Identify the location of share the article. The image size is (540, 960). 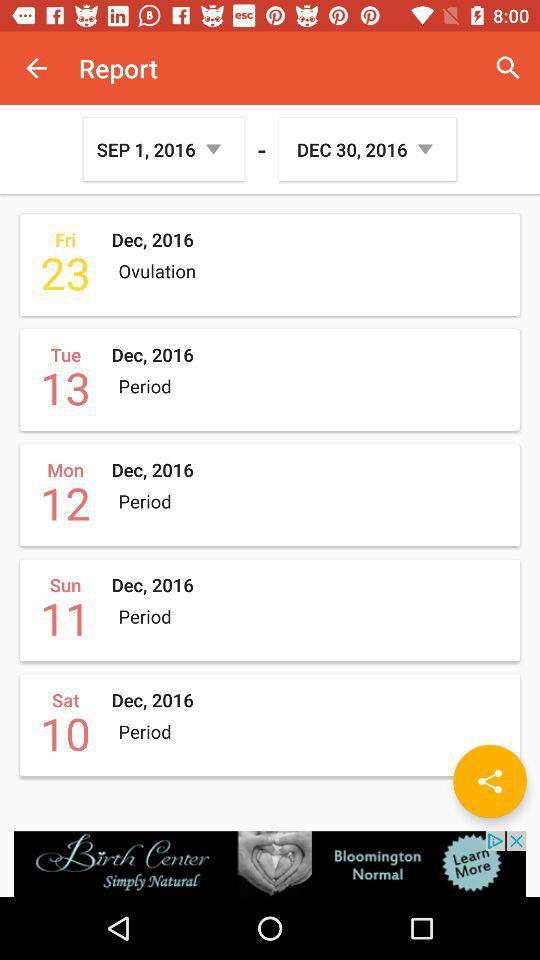
(489, 781).